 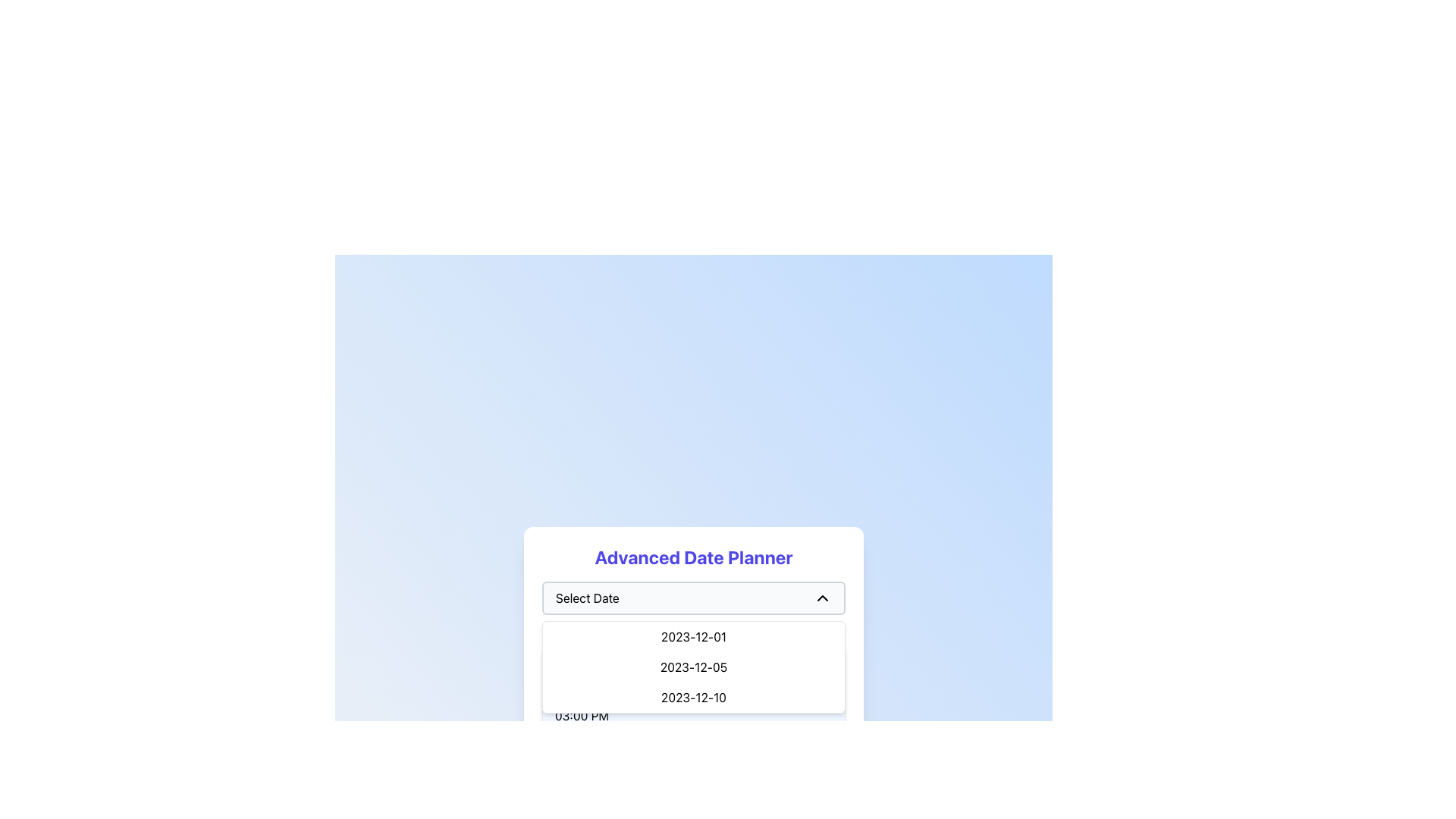 What do you see at coordinates (693, 680) in the screenshot?
I see `an option in the Dropdown option list with a light blue background, specifically` at bounding box center [693, 680].